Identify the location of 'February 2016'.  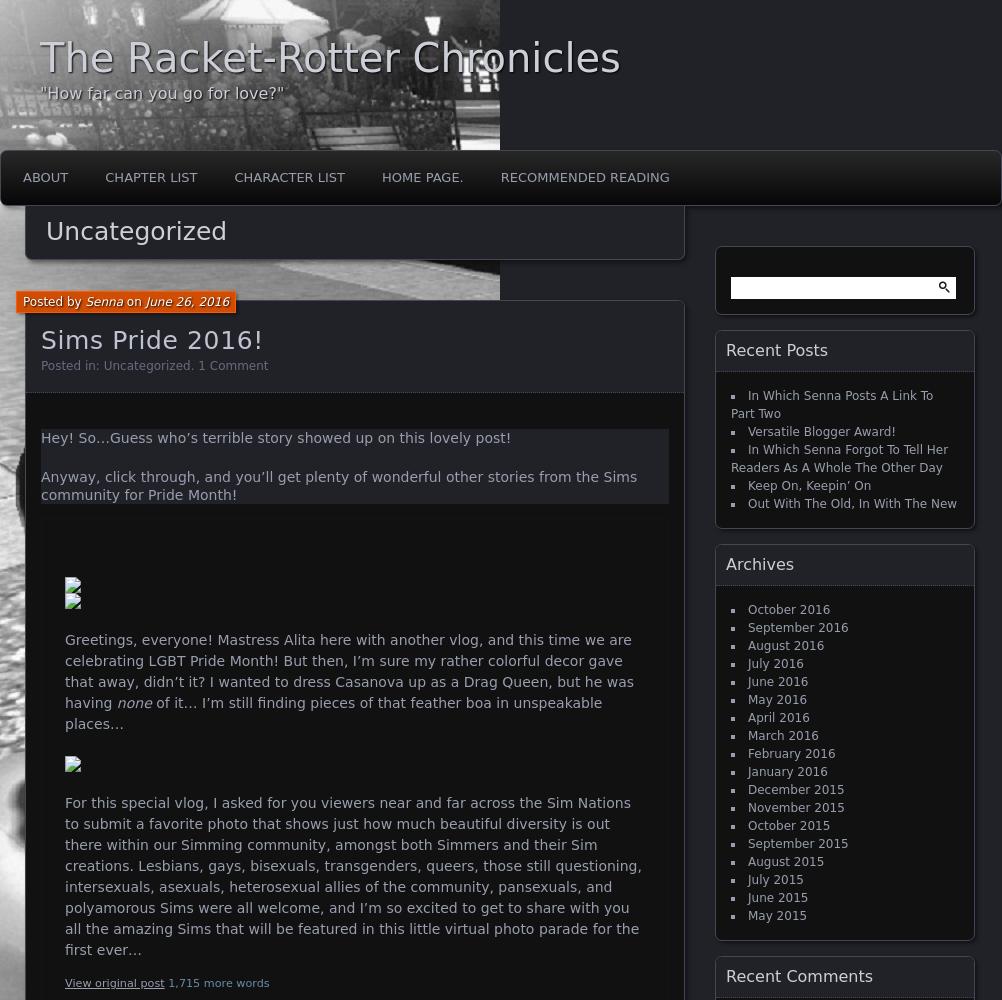
(790, 754).